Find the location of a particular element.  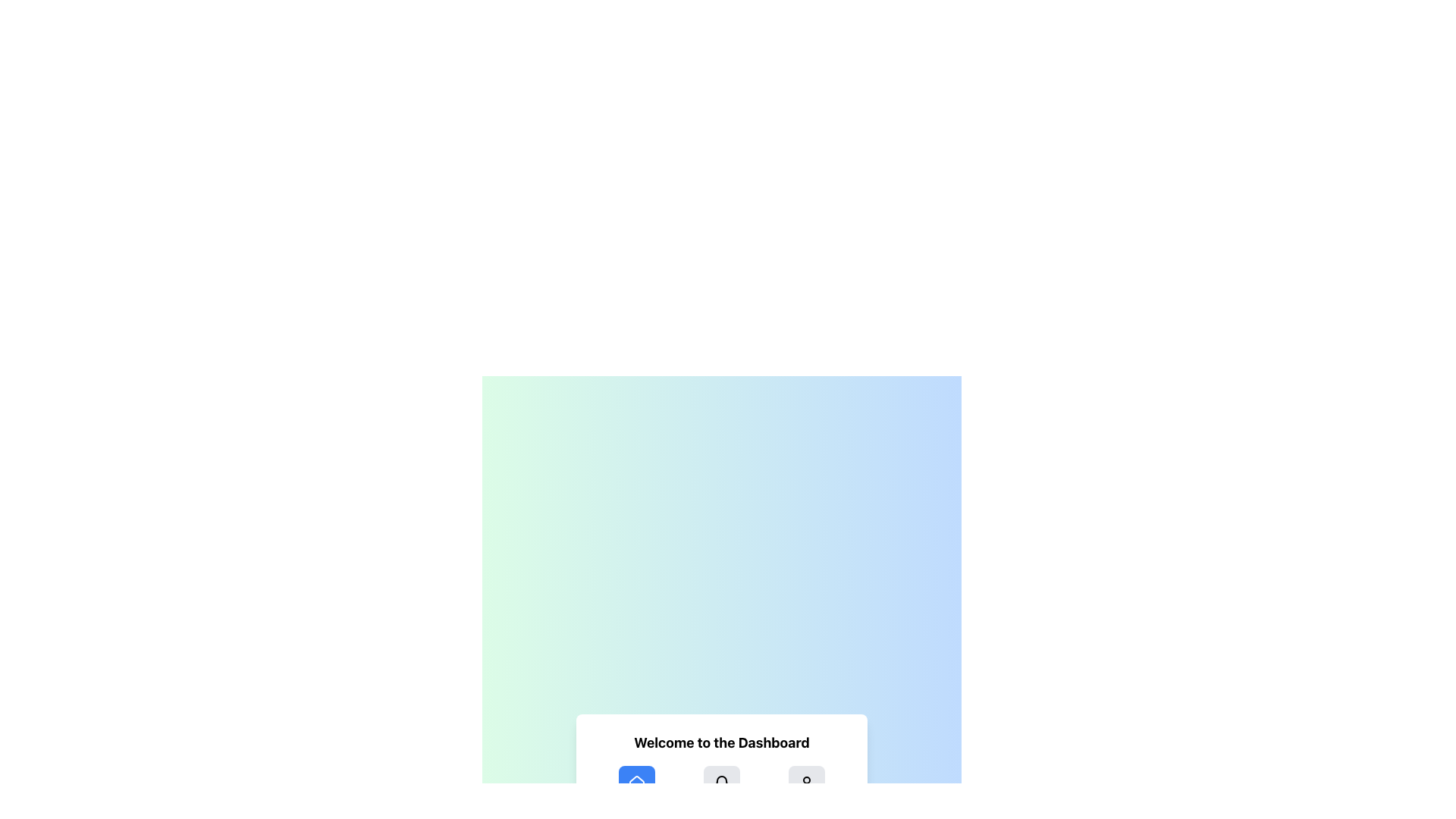

the blue rounded rectangular button with a house icon in the center is located at coordinates (637, 783).